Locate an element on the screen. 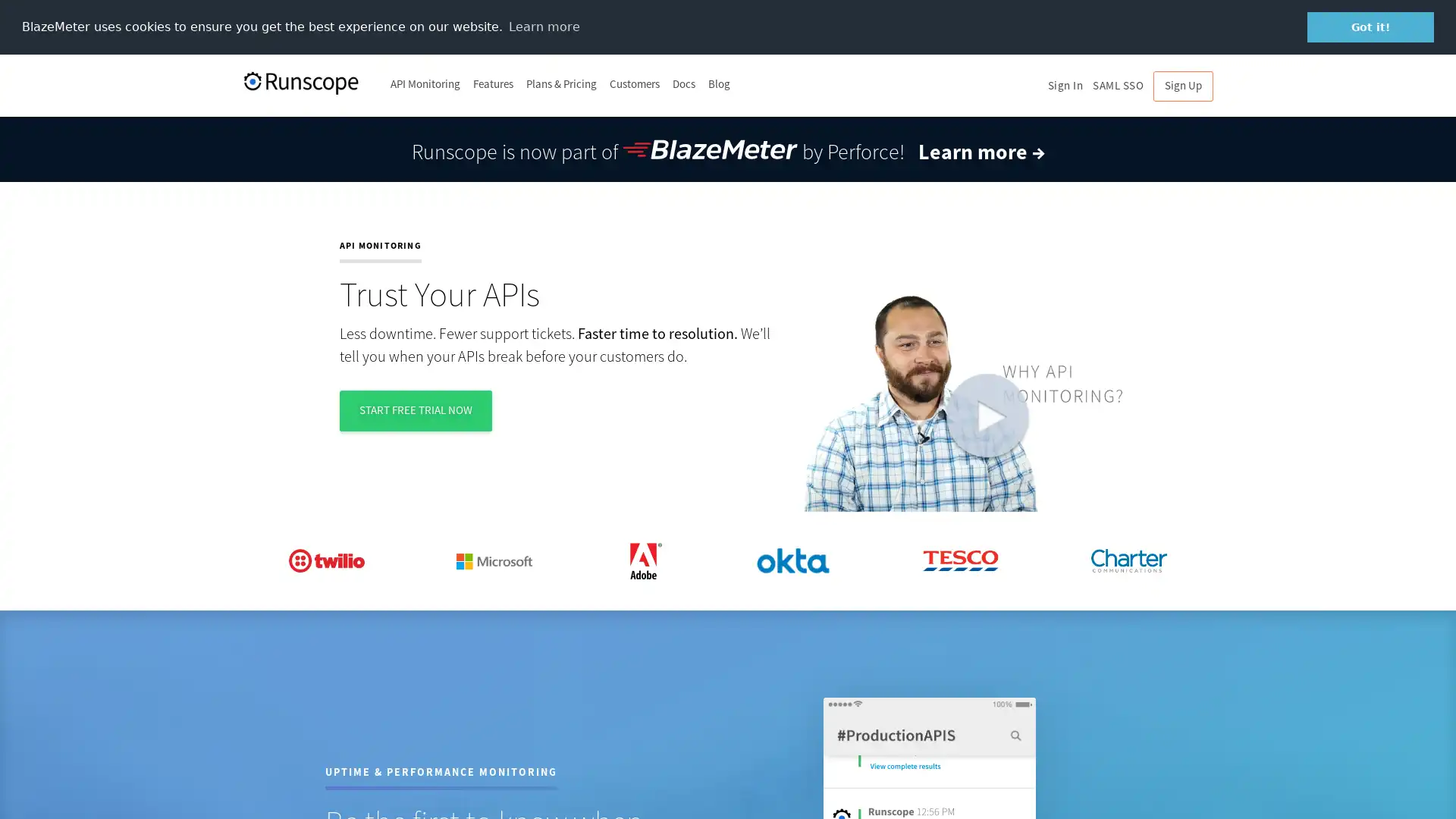  dismiss cookie message is located at coordinates (1370, 27).